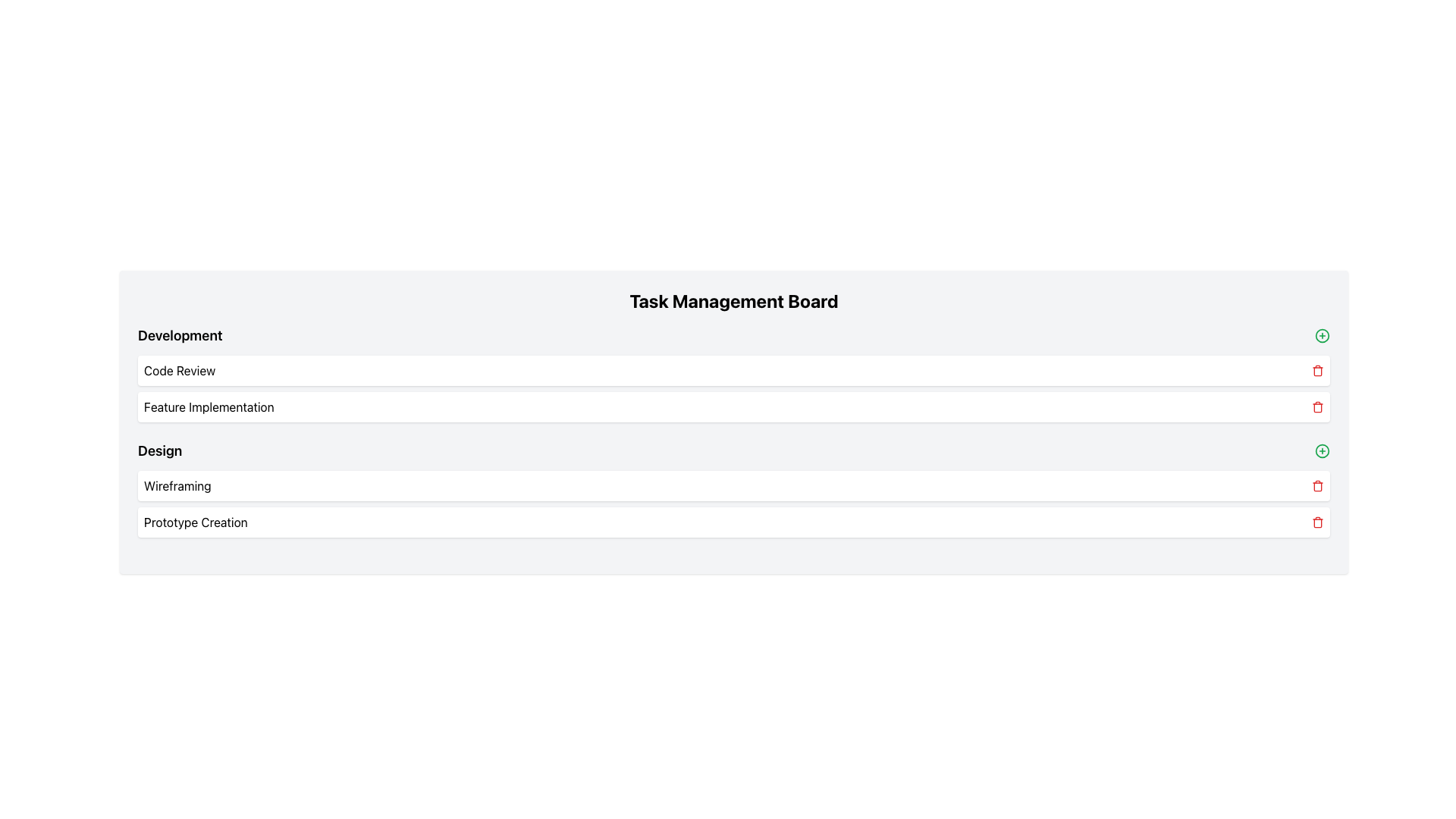 This screenshot has height=819, width=1456. I want to click on the delete icon located in the rightmost section of the 'Feature Implementation' row in the 'Development' section of the task management board, so click(1316, 406).